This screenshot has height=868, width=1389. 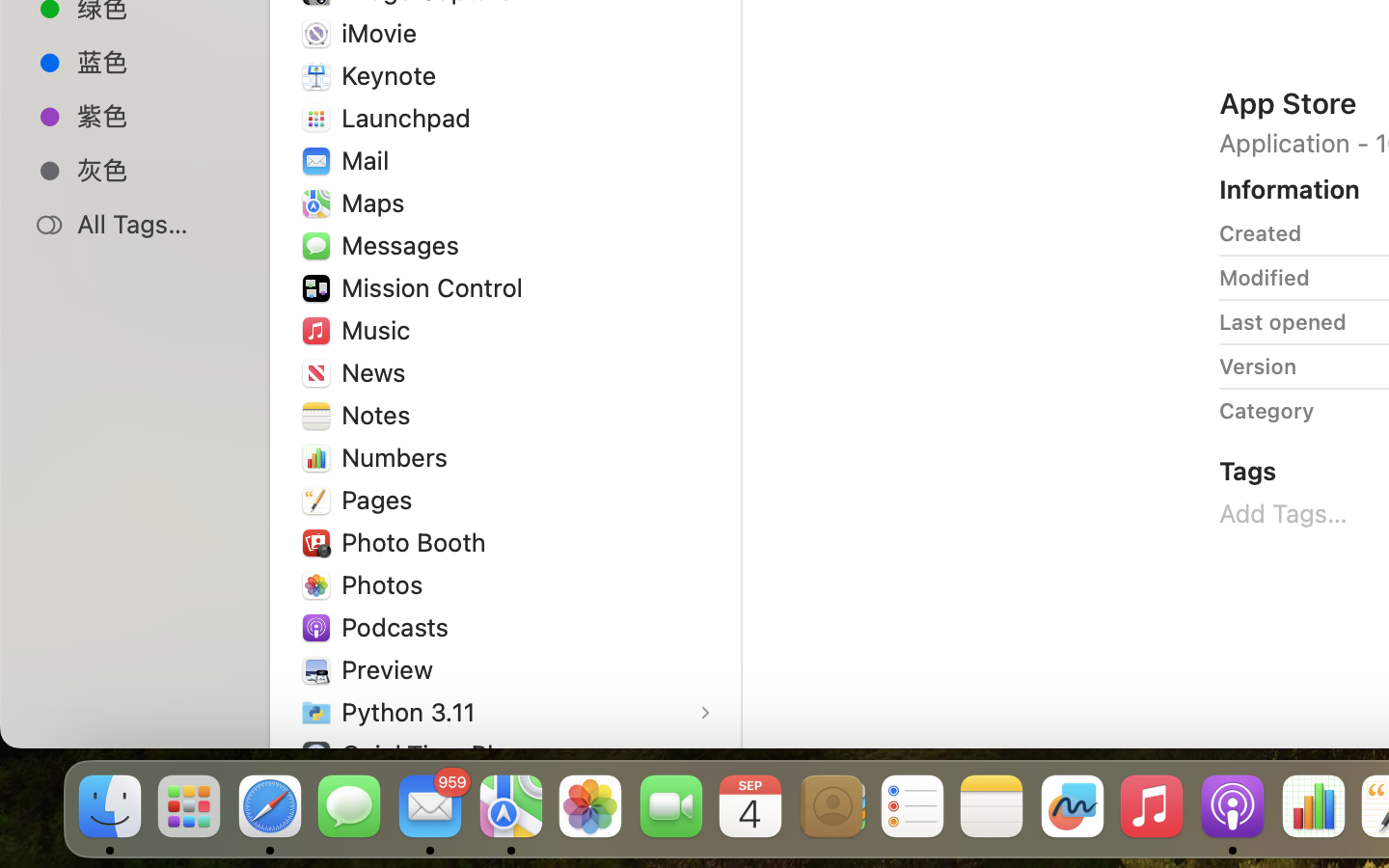 I want to click on 'Maps', so click(x=375, y=202).